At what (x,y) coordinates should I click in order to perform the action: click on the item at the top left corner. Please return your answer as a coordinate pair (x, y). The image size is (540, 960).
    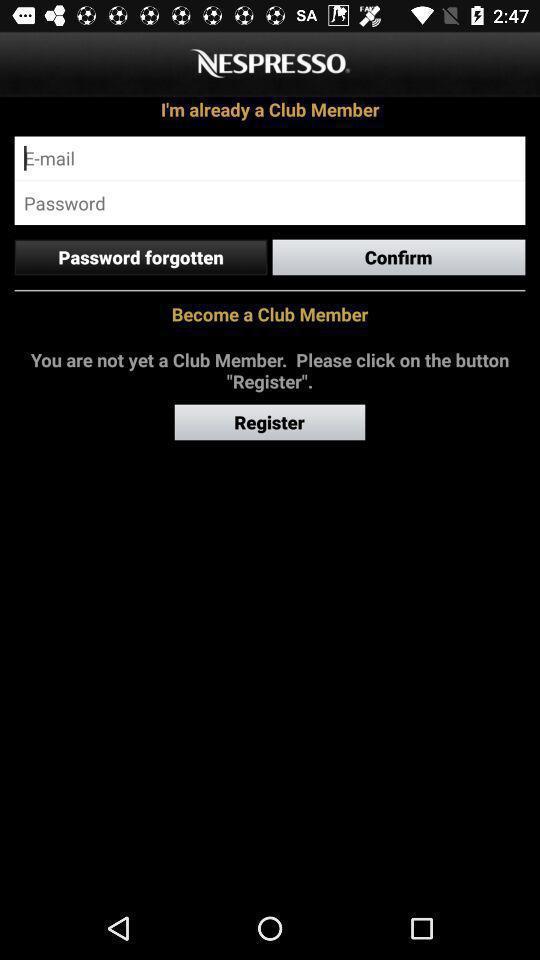
    Looking at the image, I should click on (139, 256).